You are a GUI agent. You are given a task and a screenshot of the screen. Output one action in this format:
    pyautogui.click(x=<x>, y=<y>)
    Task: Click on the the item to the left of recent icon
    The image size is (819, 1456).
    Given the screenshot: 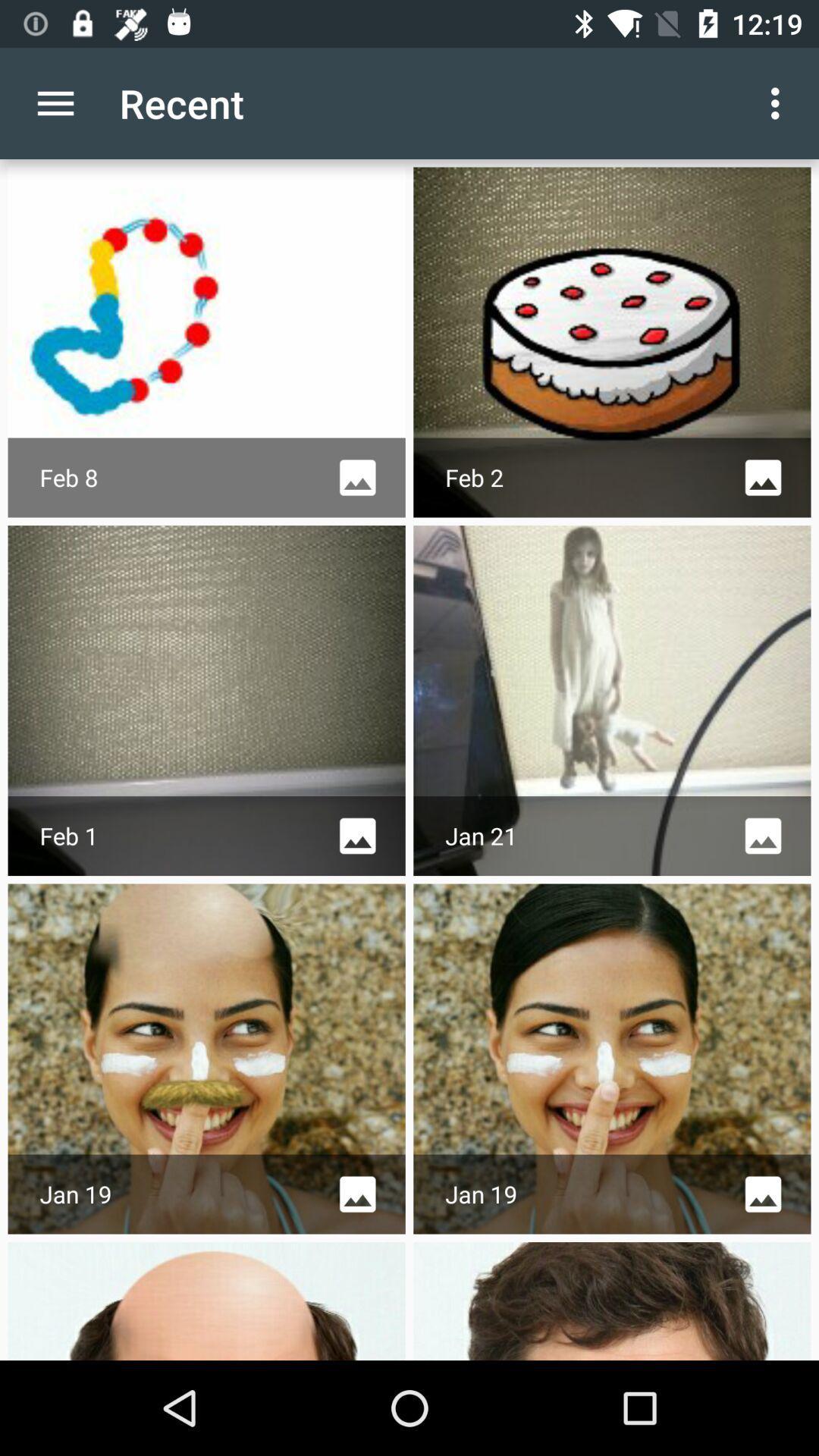 What is the action you would take?
    pyautogui.click(x=55, y=102)
    